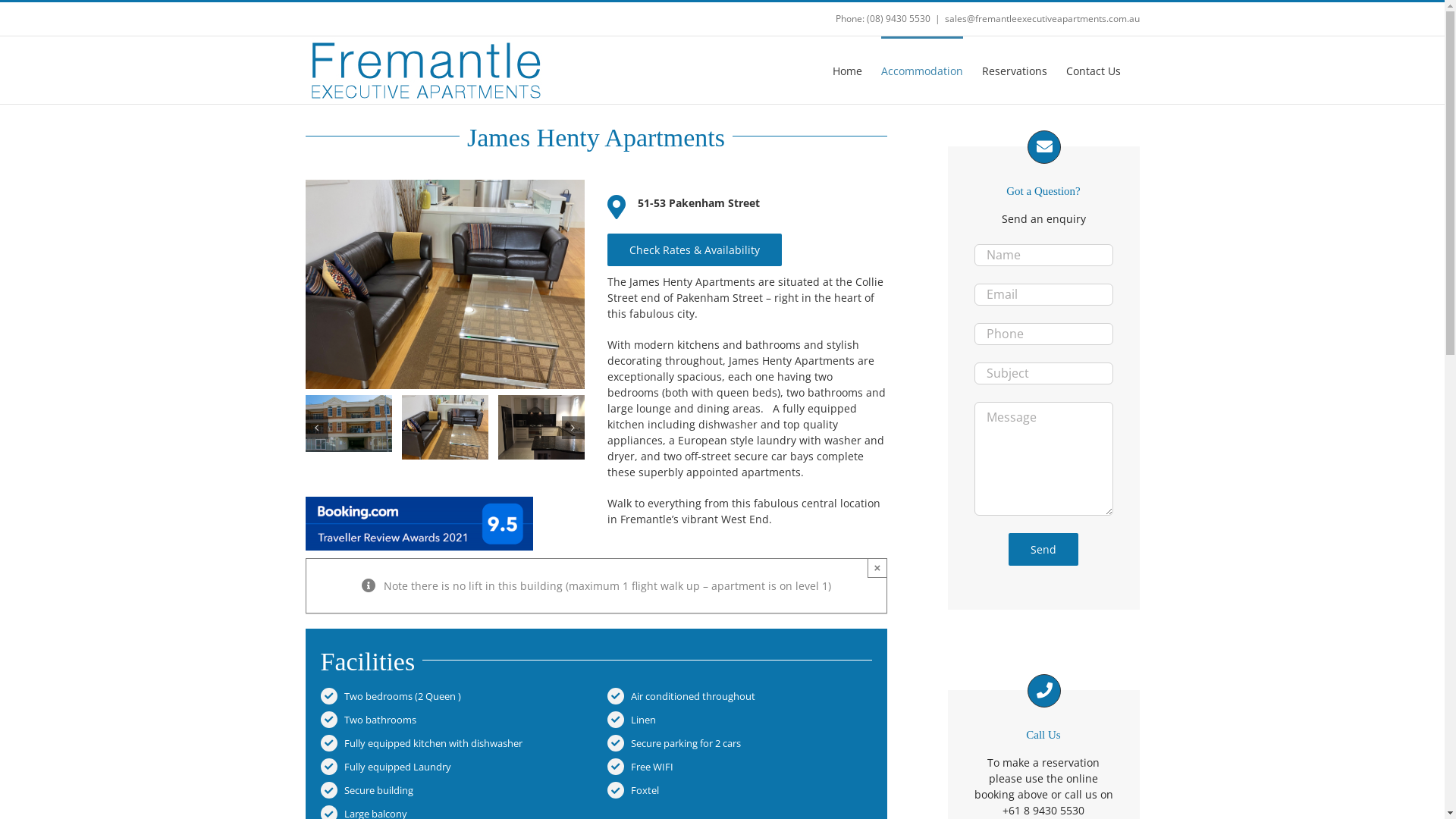  Describe the element at coordinates (1093, 70) in the screenshot. I see `'Contact Us'` at that location.